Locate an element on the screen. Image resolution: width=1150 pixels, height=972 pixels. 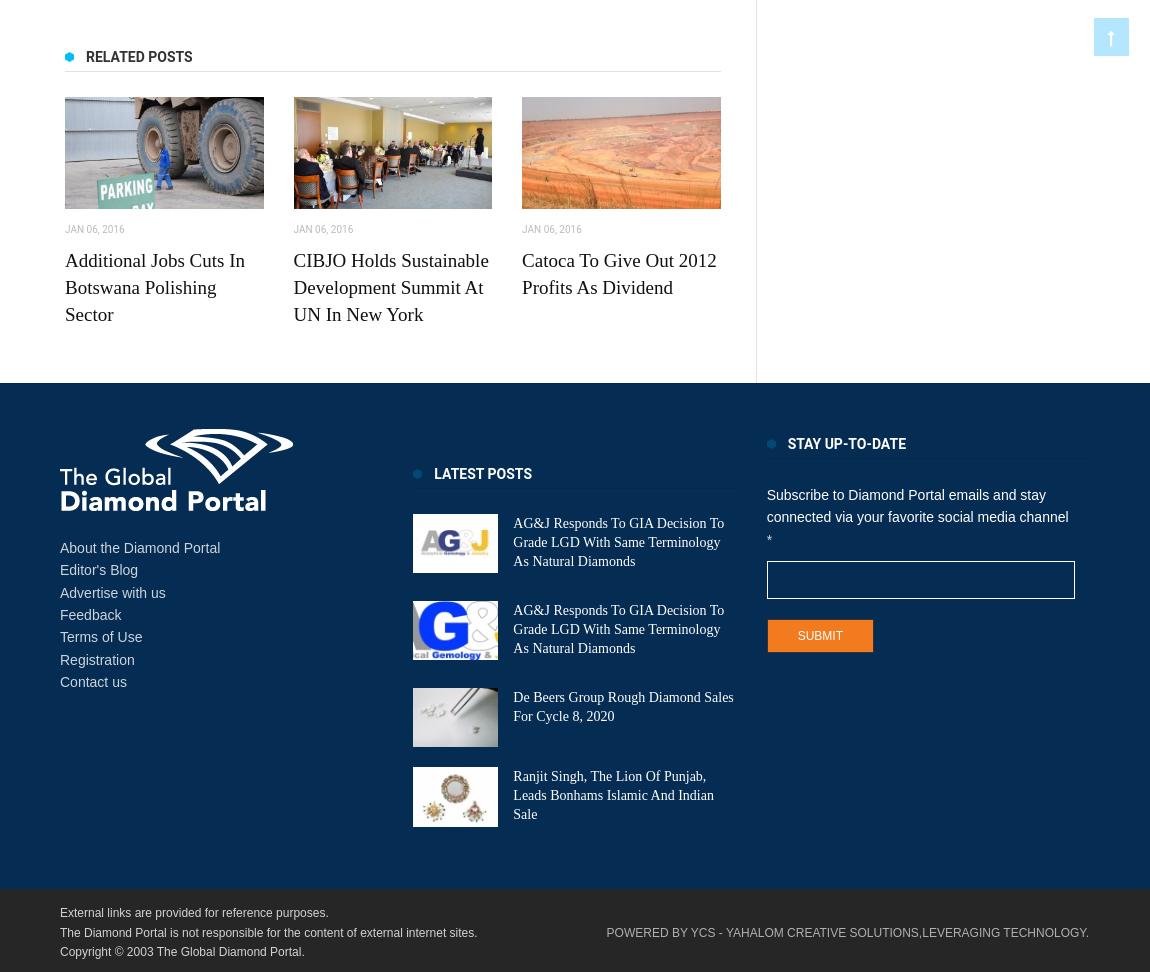
'Terms of Use' is located at coordinates (59, 636).